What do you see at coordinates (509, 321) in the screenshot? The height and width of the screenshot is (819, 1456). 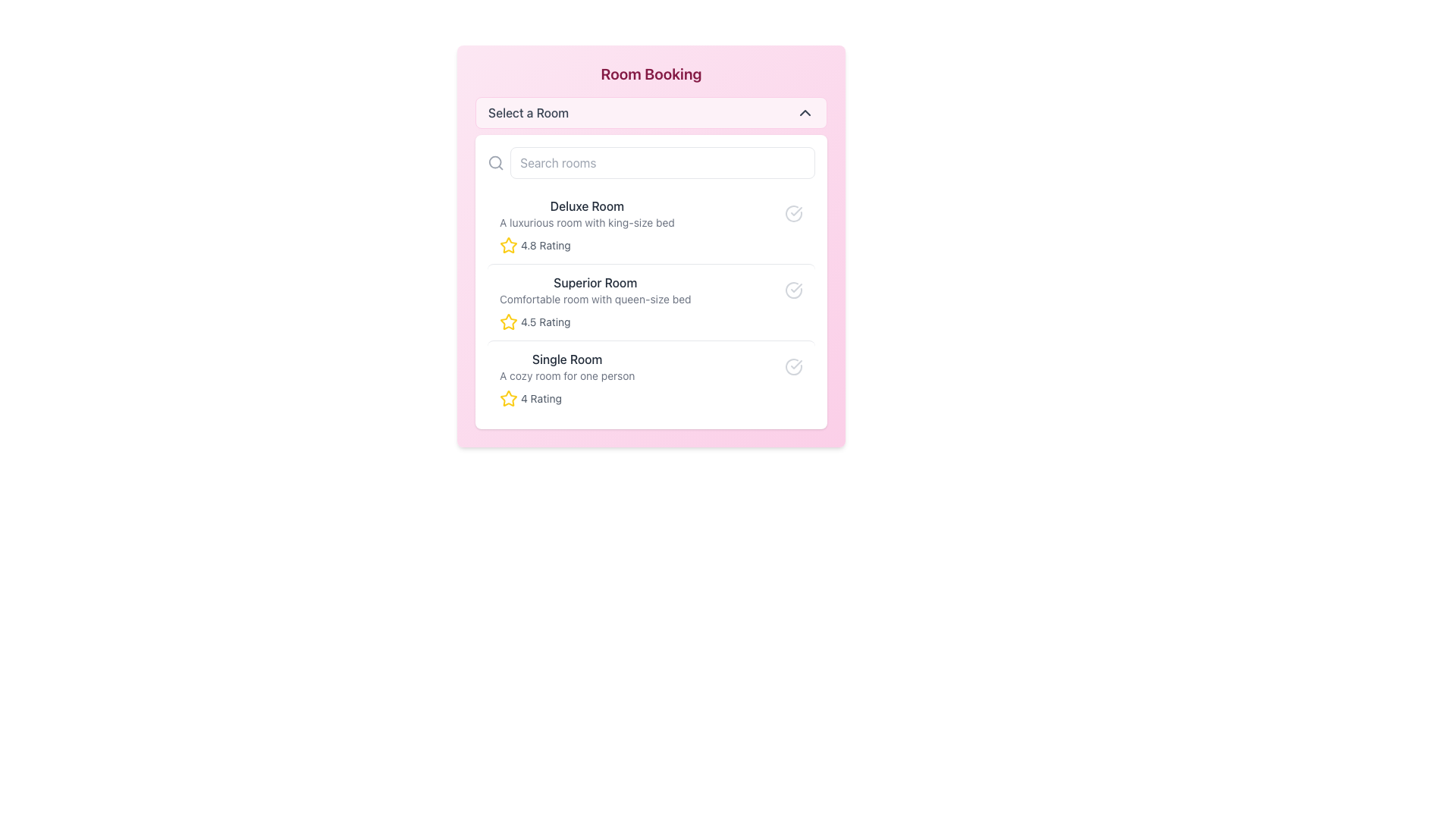 I see `the star-shaped icon outlined with a golden yellow border and filled with white color, which is part of a rating display next to the text '4.5 Rating'` at bounding box center [509, 321].